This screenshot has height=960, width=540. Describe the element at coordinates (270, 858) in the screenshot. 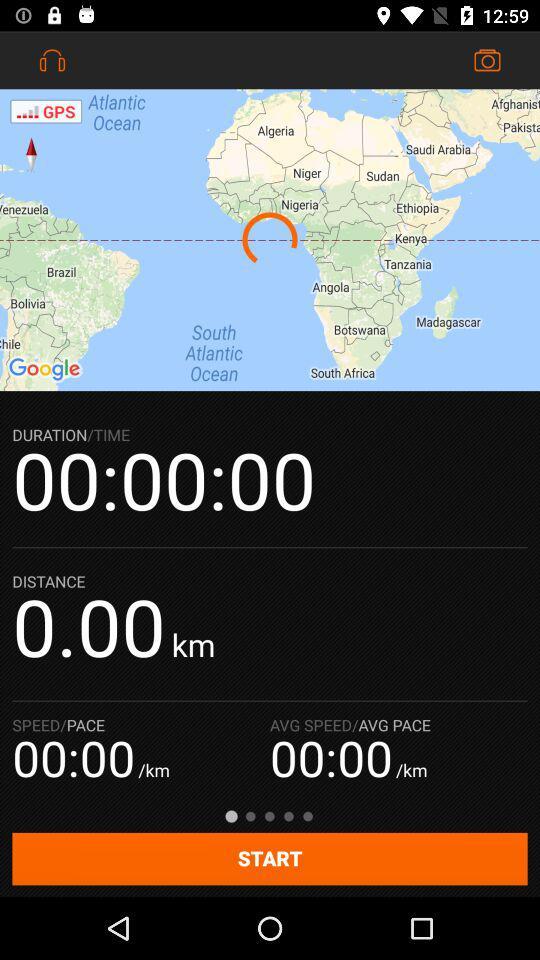

I see `start item` at that location.